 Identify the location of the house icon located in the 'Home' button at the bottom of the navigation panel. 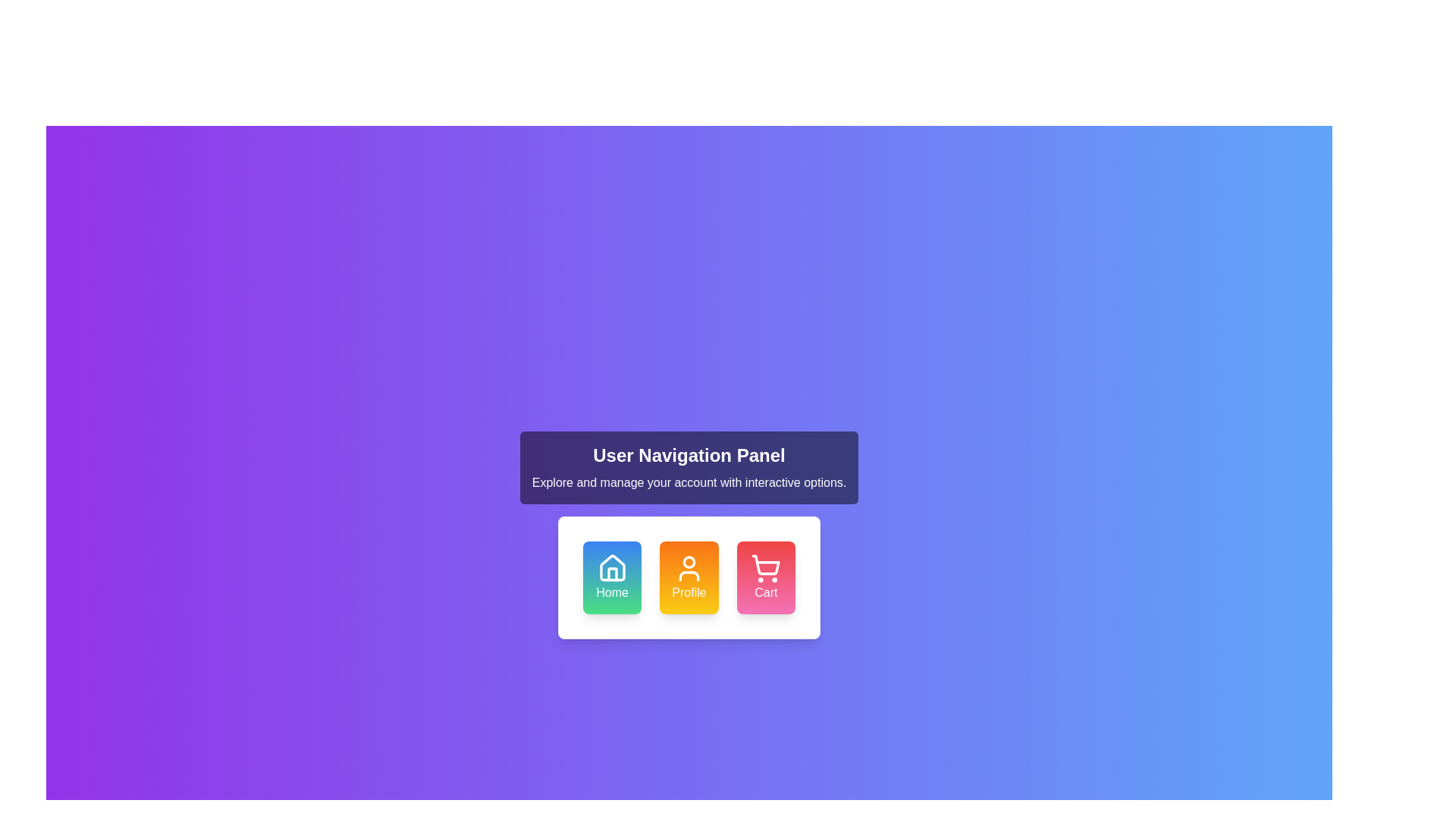
(612, 568).